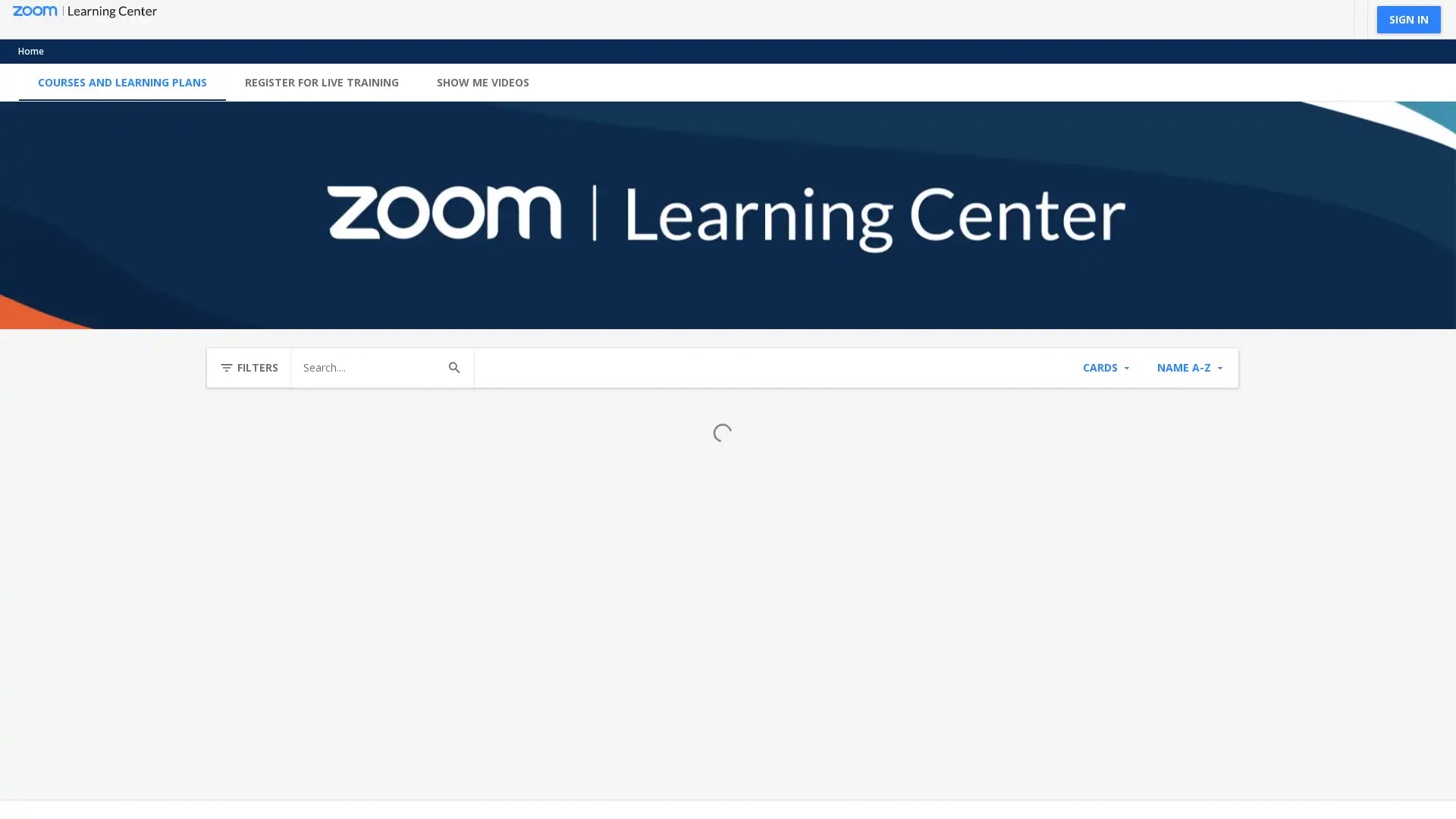 The width and height of the screenshot is (1456, 819). What do you see at coordinates (1407, 18) in the screenshot?
I see `SIGN IN` at bounding box center [1407, 18].